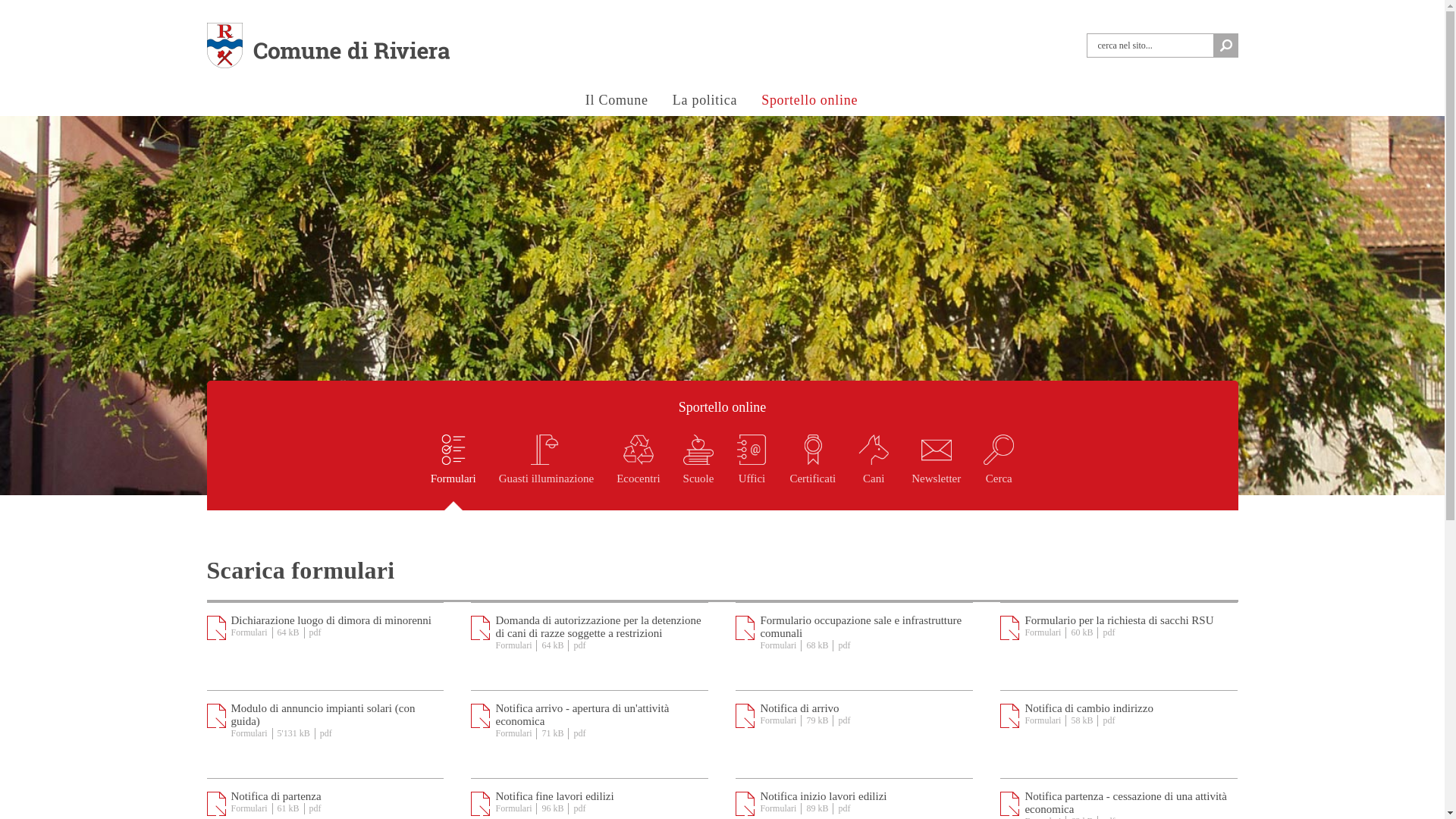  Describe the element at coordinates (498, 472) in the screenshot. I see `'Guasti illuminazione'` at that location.